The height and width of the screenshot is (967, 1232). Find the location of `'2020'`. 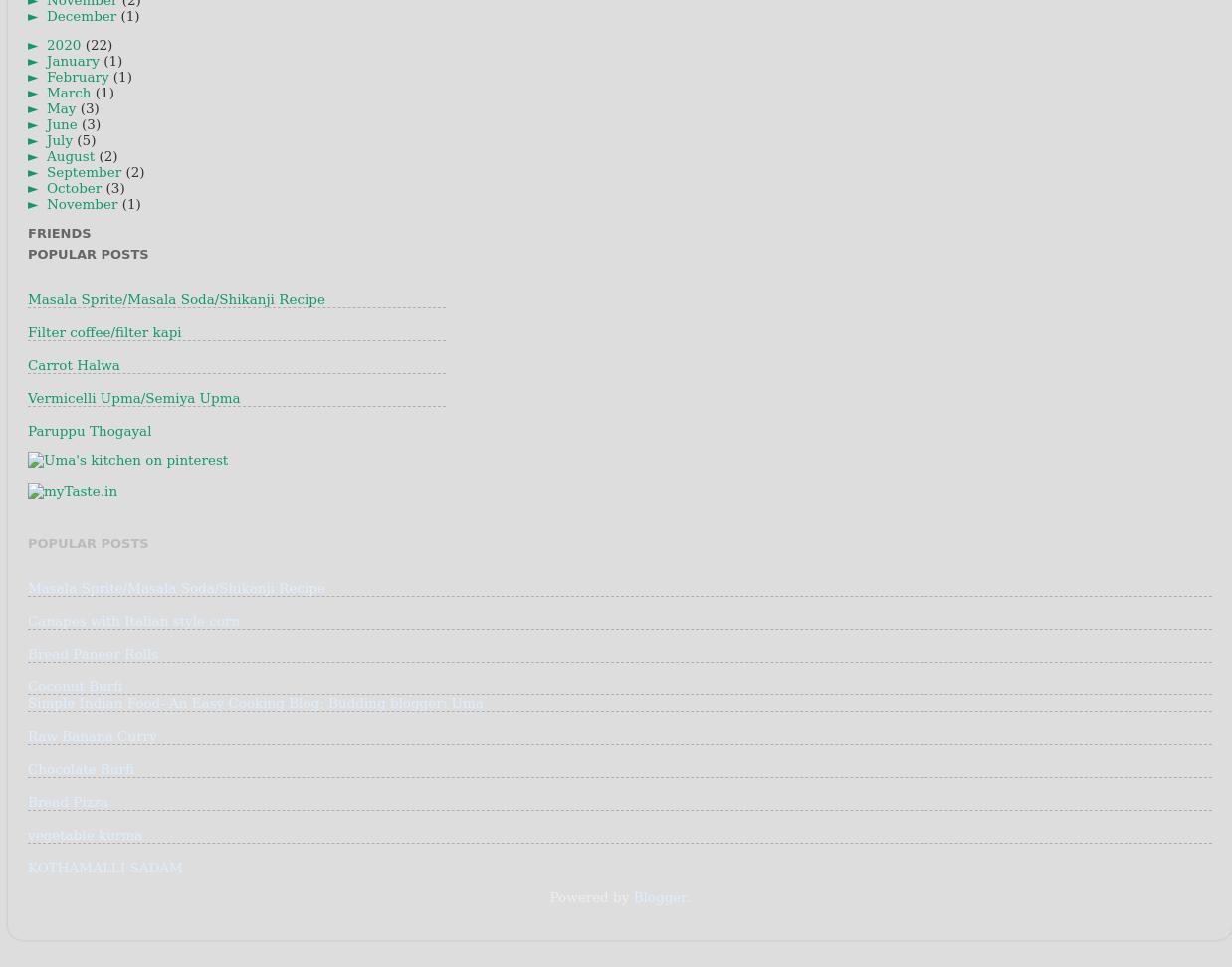

'2020' is located at coordinates (45, 45).